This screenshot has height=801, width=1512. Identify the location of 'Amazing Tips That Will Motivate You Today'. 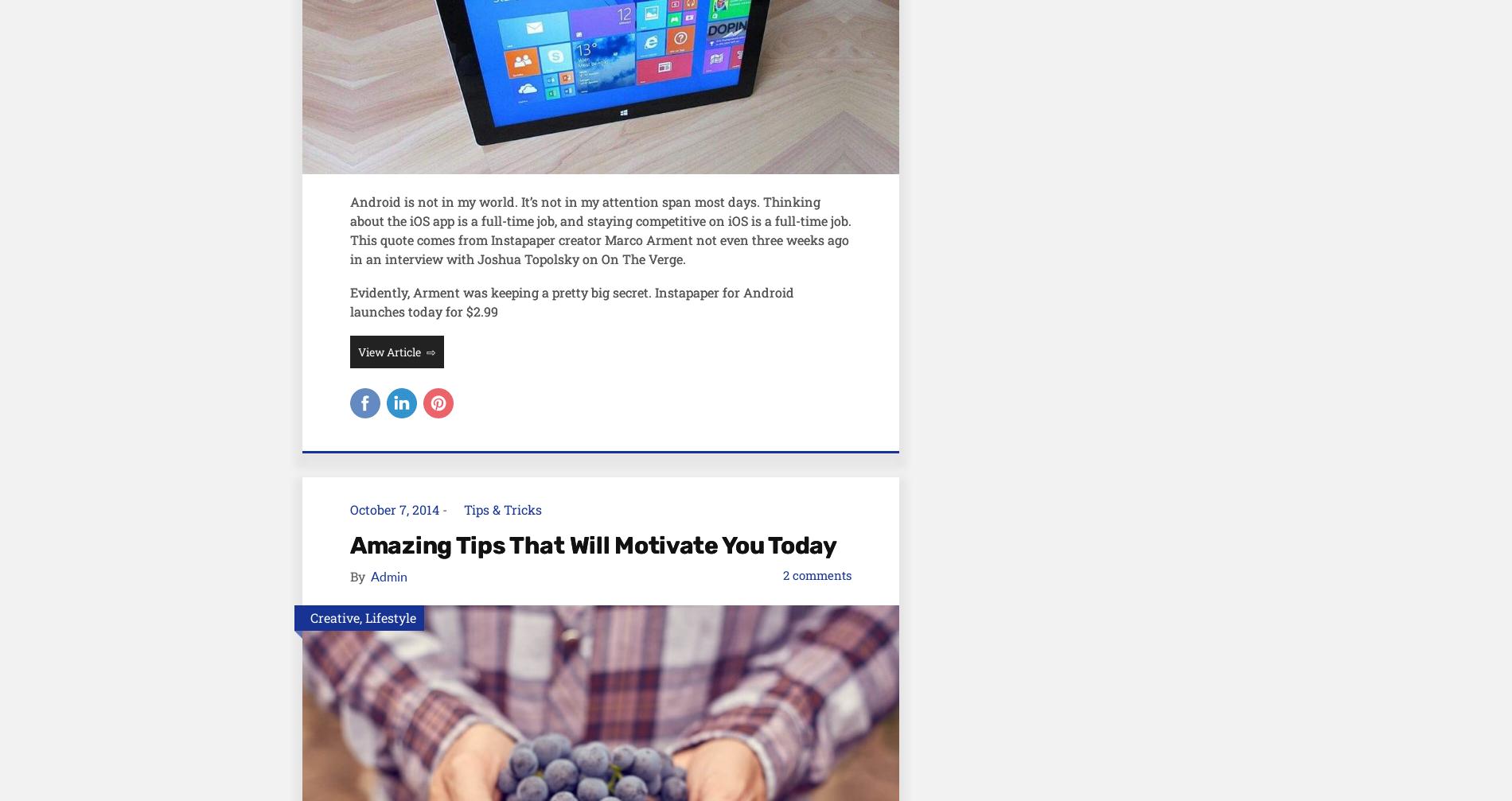
(349, 543).